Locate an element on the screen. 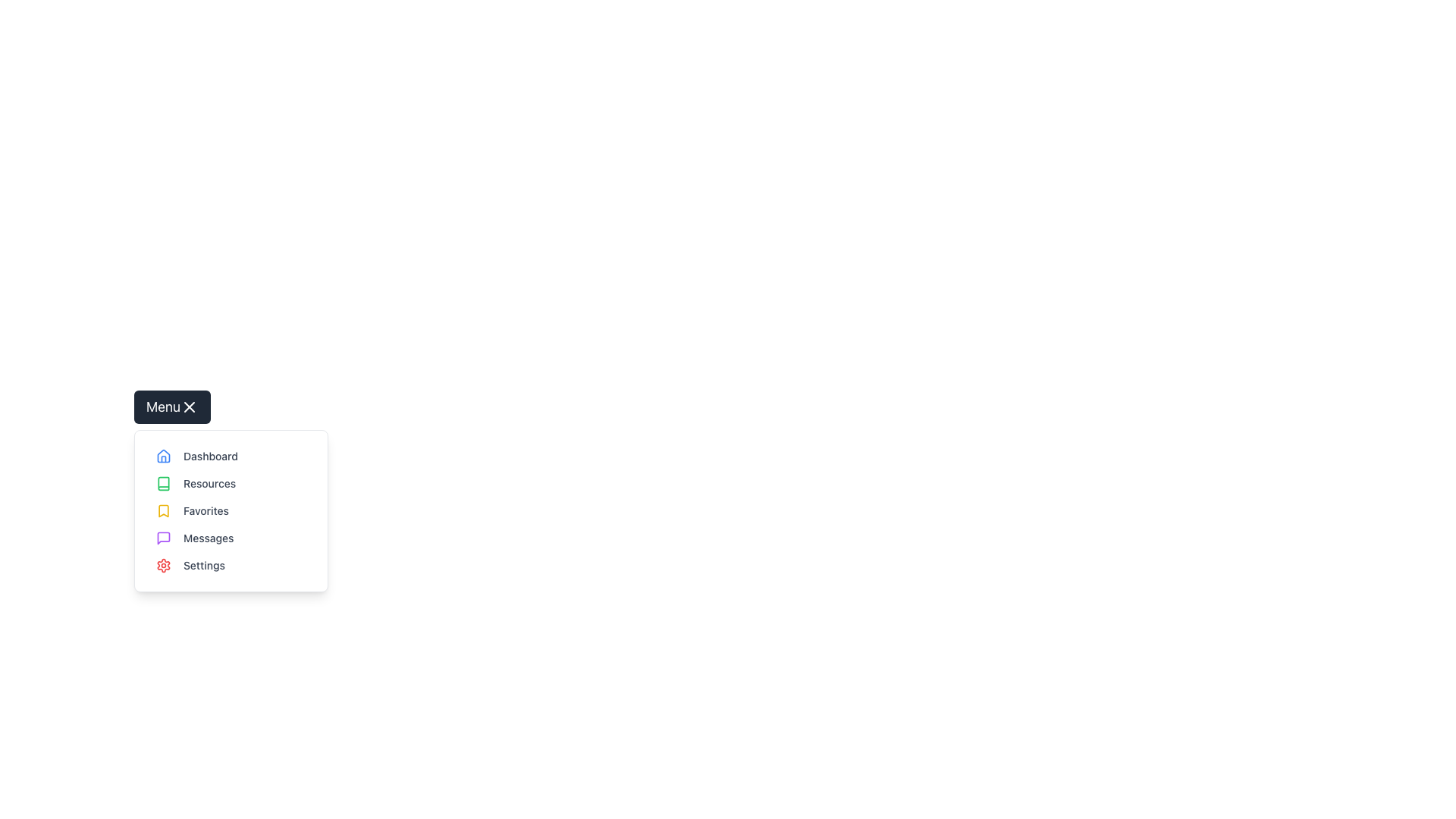  the 'Dashboard' text label in the sidebar navigation menu is located at coordinates (210, 455).